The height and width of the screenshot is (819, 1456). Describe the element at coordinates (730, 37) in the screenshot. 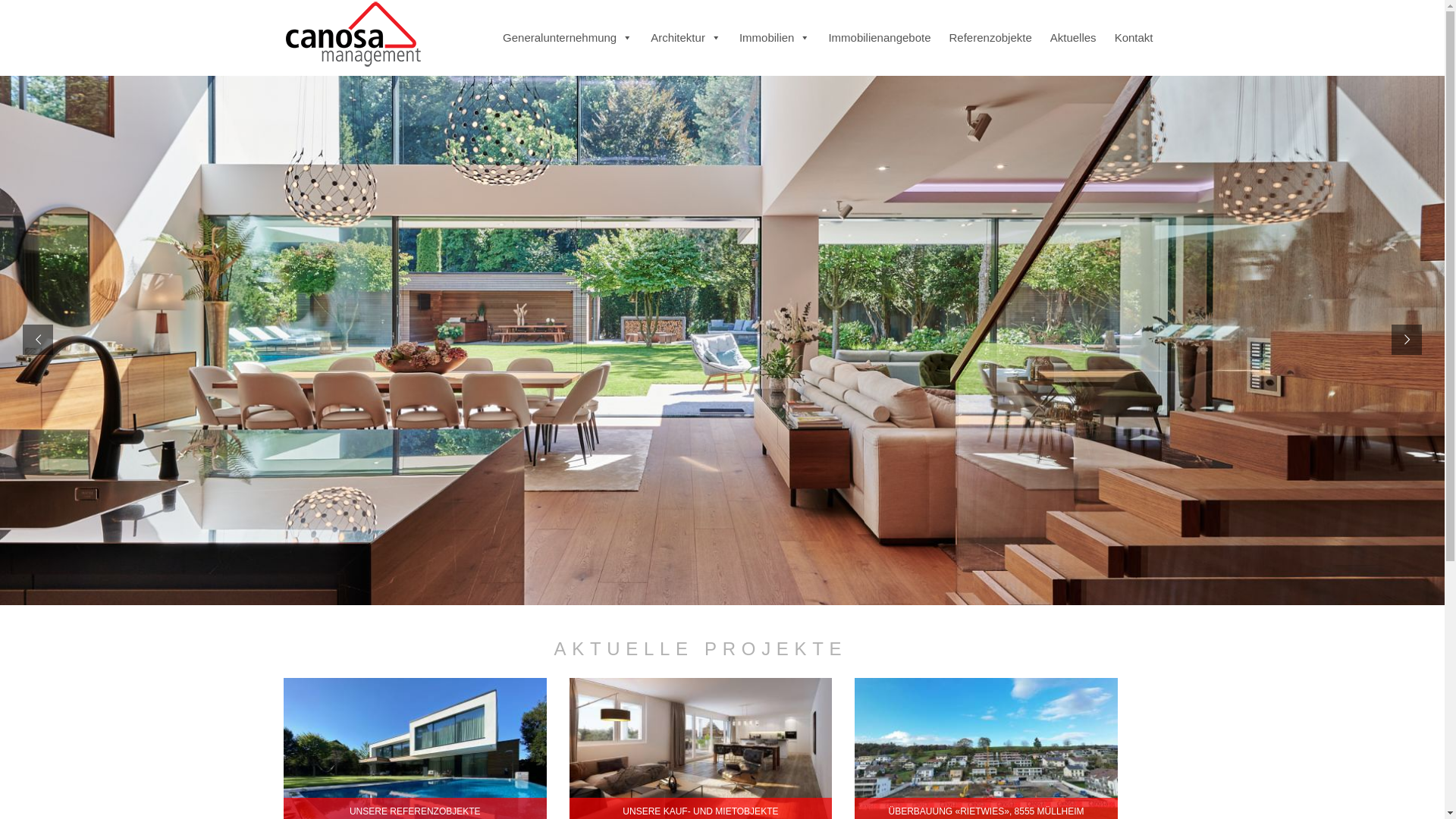

I see `'Immobilien'` at that location.